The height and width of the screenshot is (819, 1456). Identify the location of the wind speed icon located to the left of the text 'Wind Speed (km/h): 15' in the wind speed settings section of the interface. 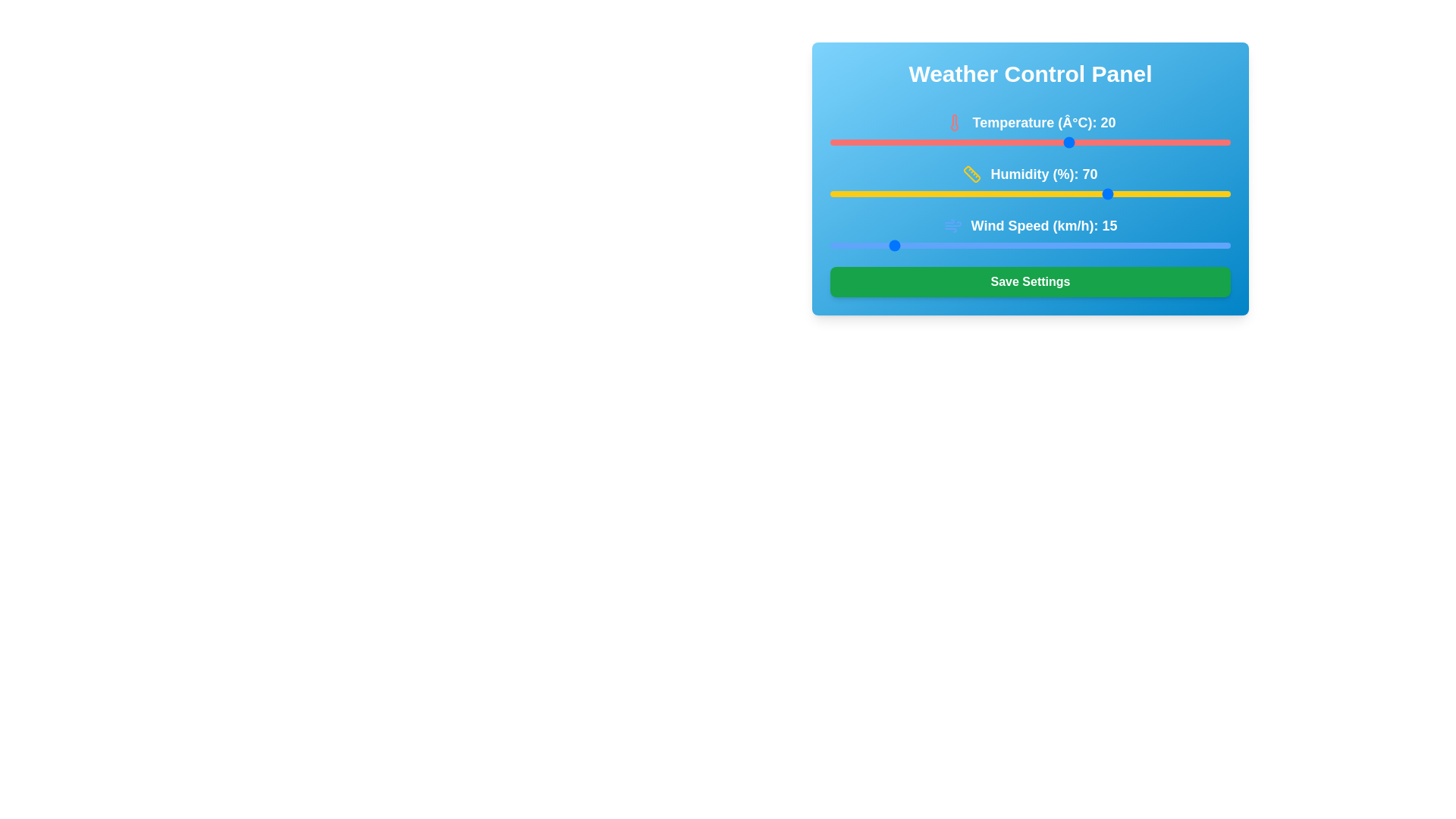
(952, 225).